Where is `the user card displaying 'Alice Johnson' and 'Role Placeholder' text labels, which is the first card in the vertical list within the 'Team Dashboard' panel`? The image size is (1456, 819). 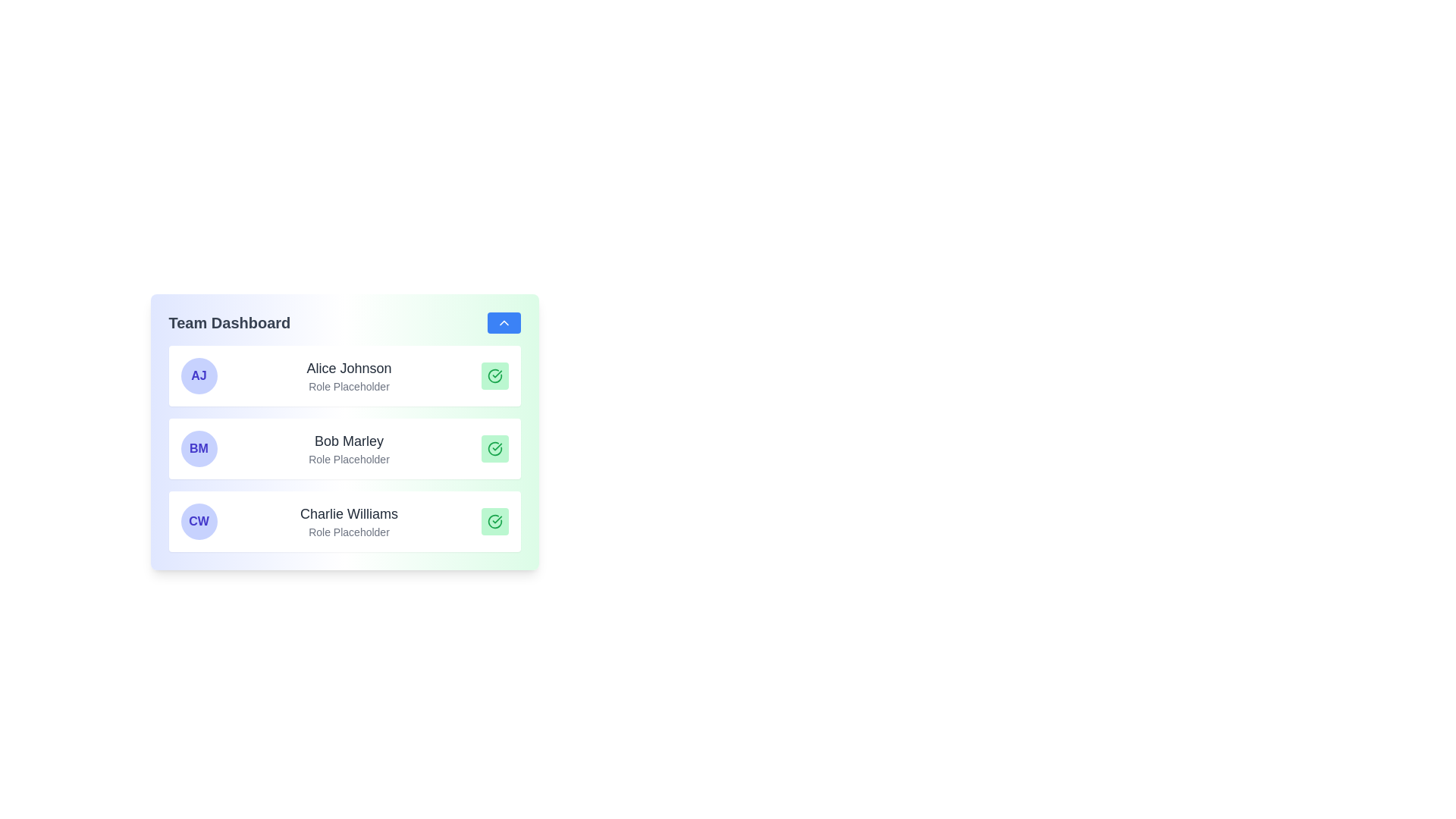
the user card displaying 'Alice Johnson' and 'Role Placeholder' text labels, which is the first card in the vertical list within the 'Team Dashboard' panel is located at coordinates (348, 375).